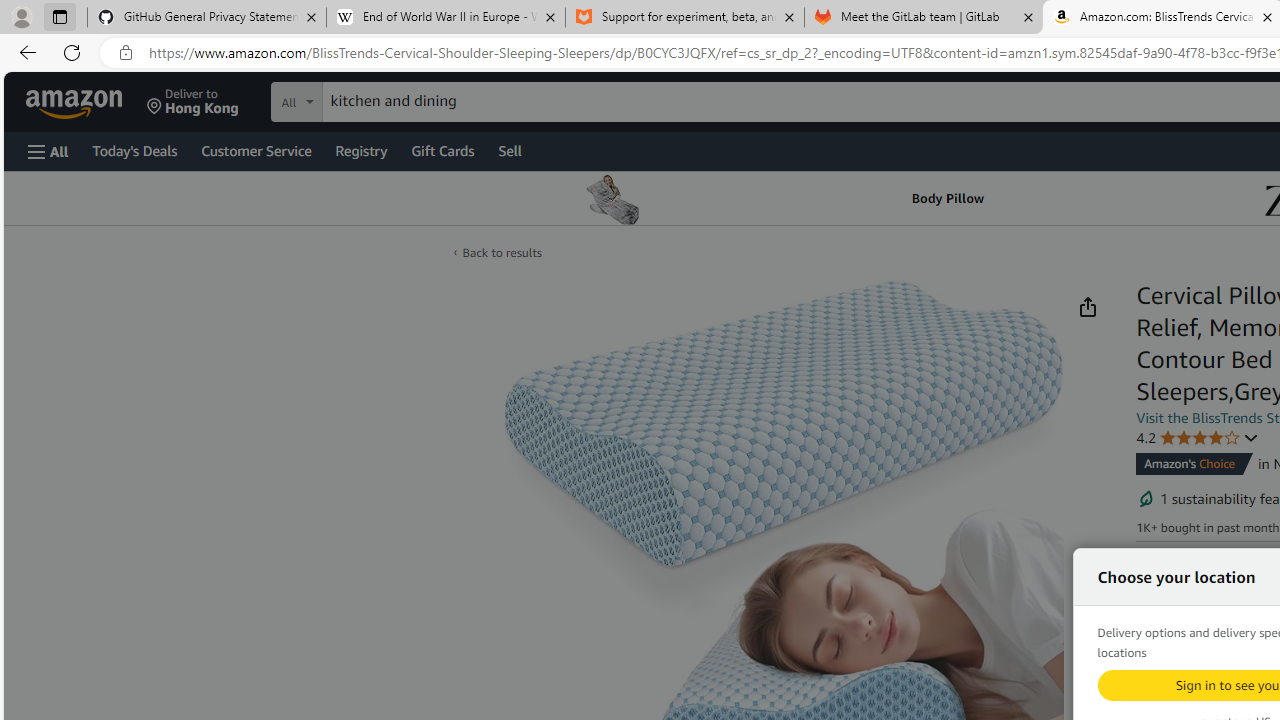 This screenshot has height=720, width=1280. What do you see at coordinates (1146, 497) in the screenshot?
I see `'Sustainability features'` at bounding box center [1146, 497].